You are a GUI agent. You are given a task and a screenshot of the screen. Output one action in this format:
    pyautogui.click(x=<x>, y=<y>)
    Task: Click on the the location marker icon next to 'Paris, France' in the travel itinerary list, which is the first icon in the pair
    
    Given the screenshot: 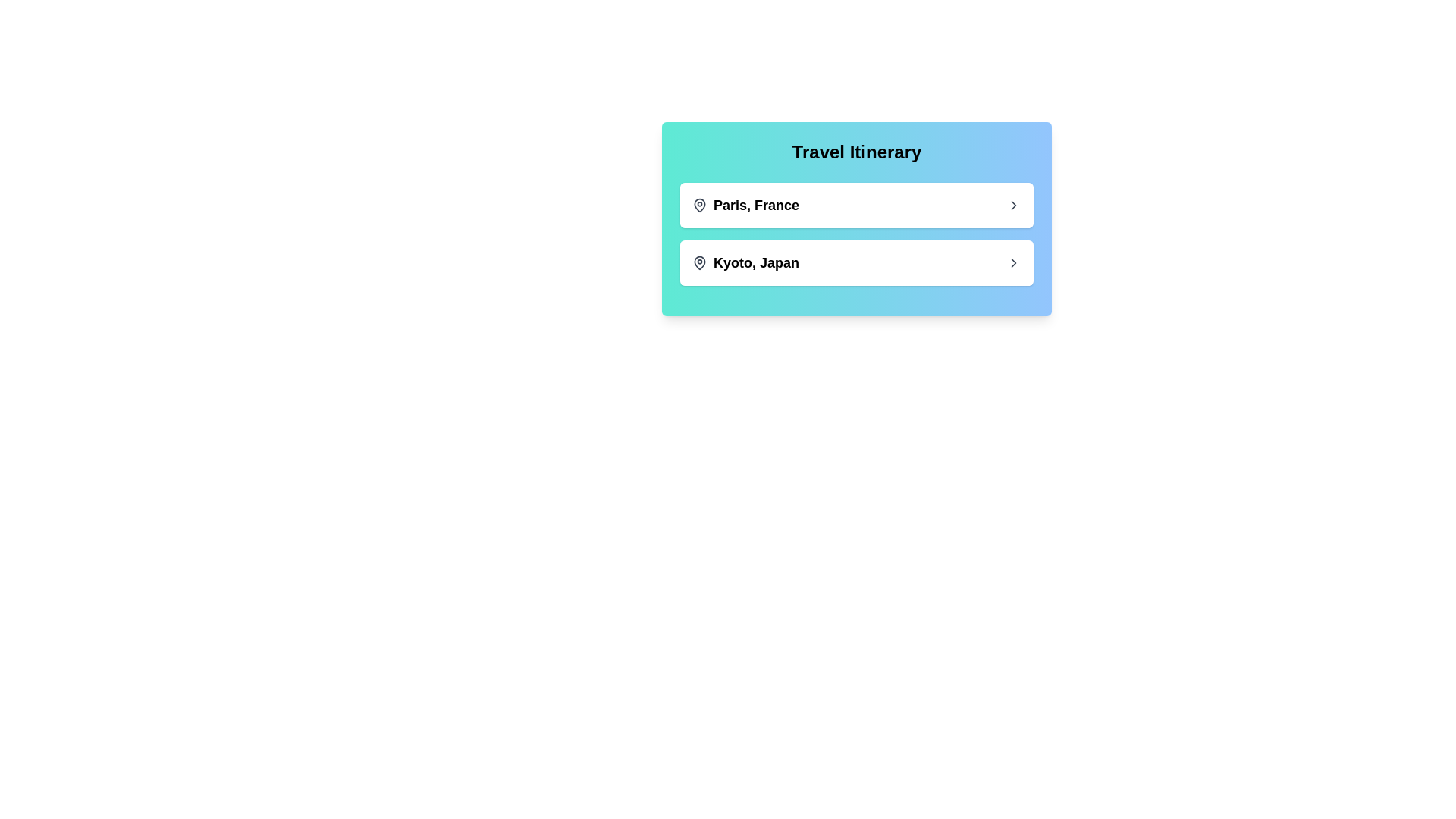 What is the action you would take?
    pyautogui.click(x=698, y=205)
    